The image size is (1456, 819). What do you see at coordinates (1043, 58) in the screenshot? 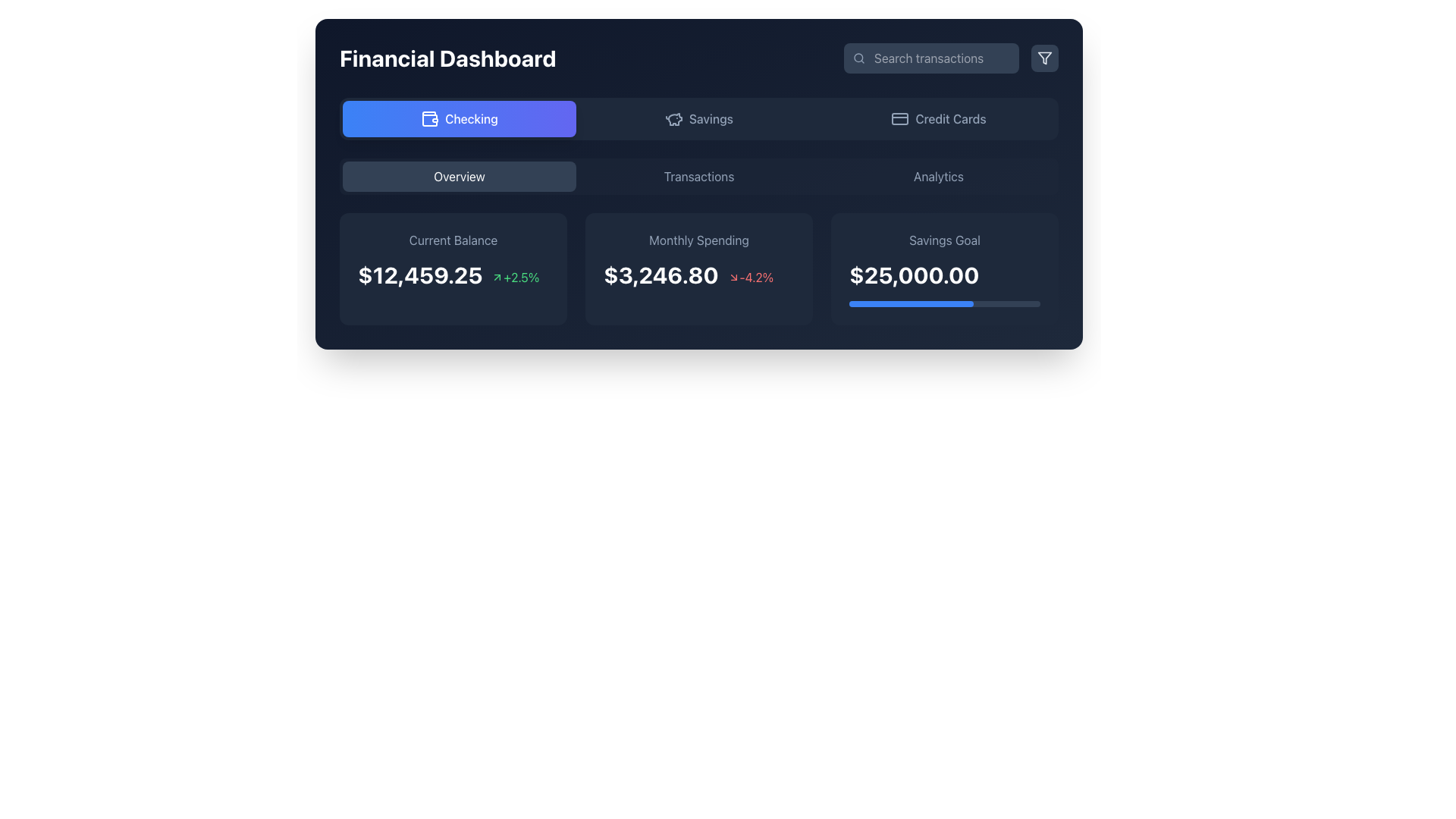
I see `the filter button located in the top-right corner of the dashboard interface` at bounding box center [1043, 58].